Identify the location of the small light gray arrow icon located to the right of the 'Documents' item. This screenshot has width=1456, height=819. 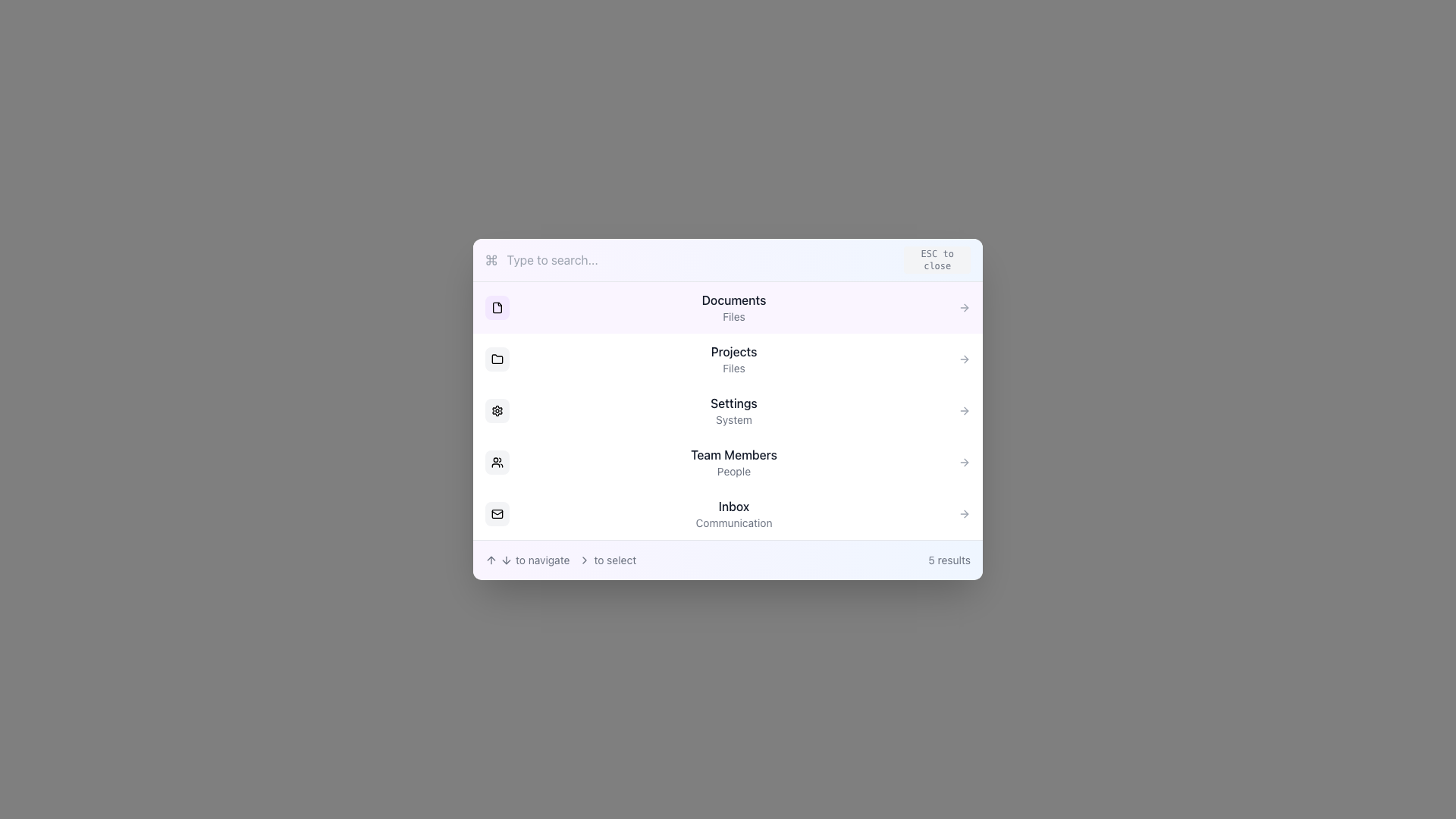
(964, 307).